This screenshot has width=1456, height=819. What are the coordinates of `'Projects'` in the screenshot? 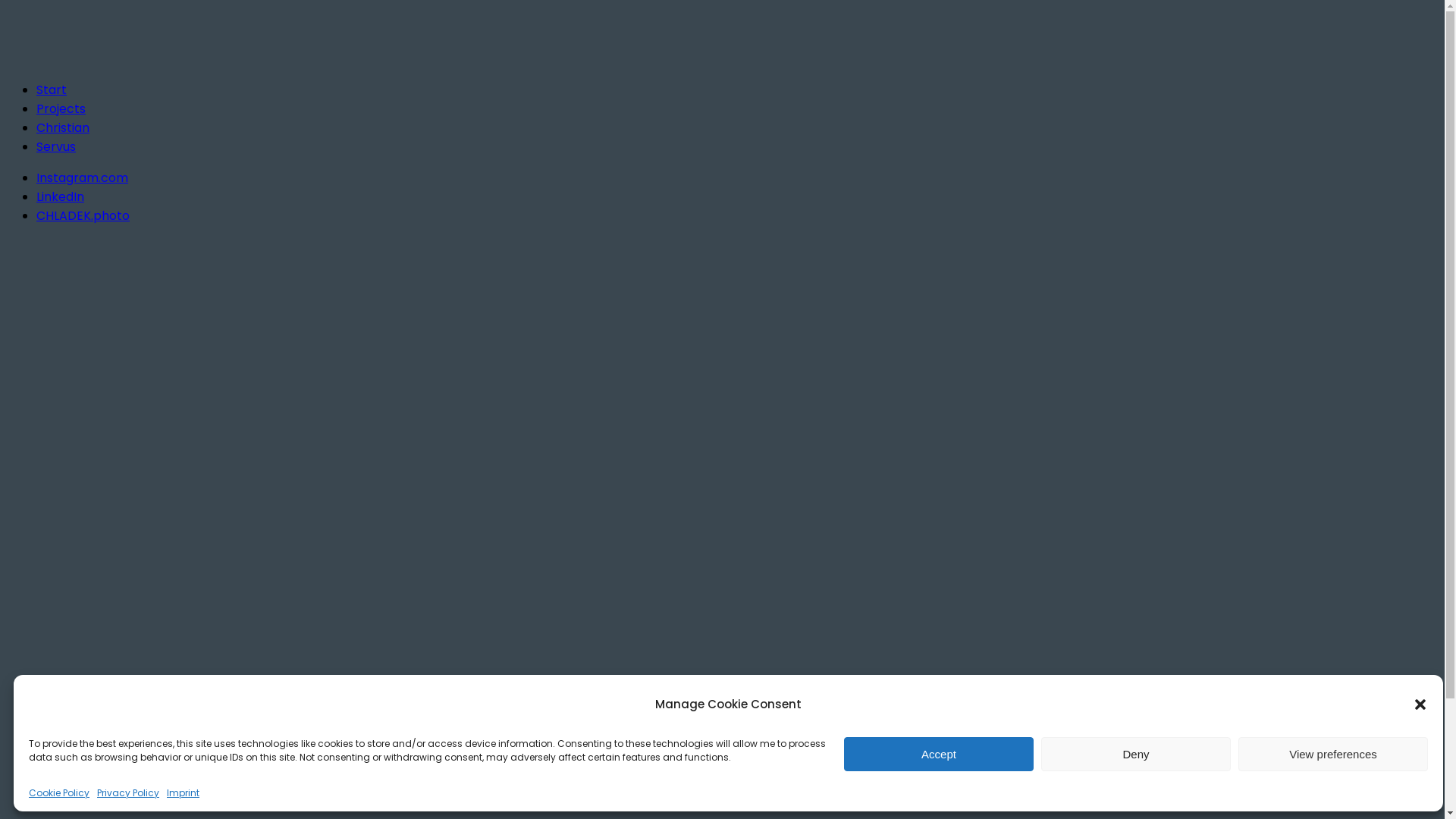 It's located at (61, 108).